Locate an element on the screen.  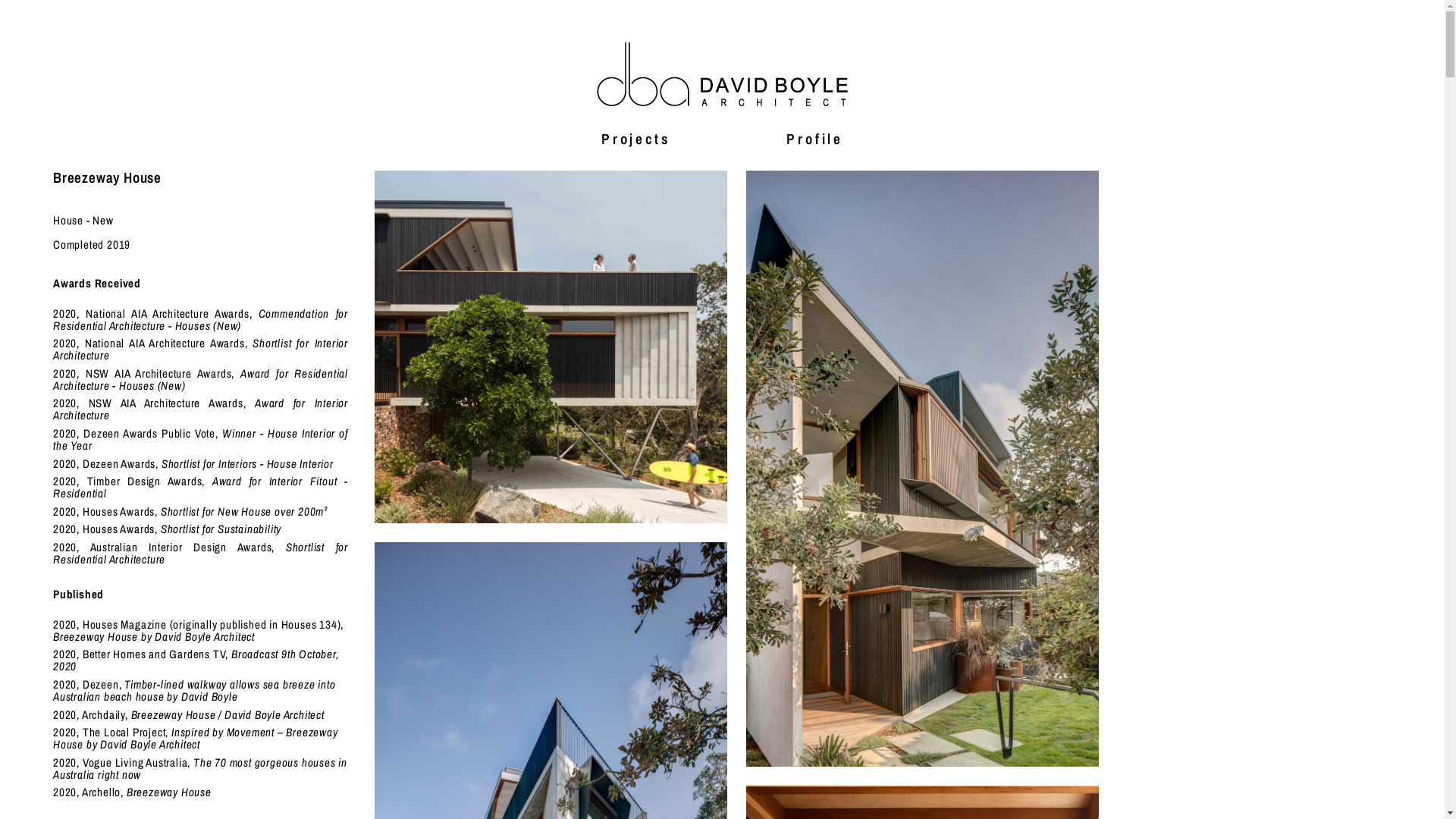
'House - New' is located at coordinates (83, 220).